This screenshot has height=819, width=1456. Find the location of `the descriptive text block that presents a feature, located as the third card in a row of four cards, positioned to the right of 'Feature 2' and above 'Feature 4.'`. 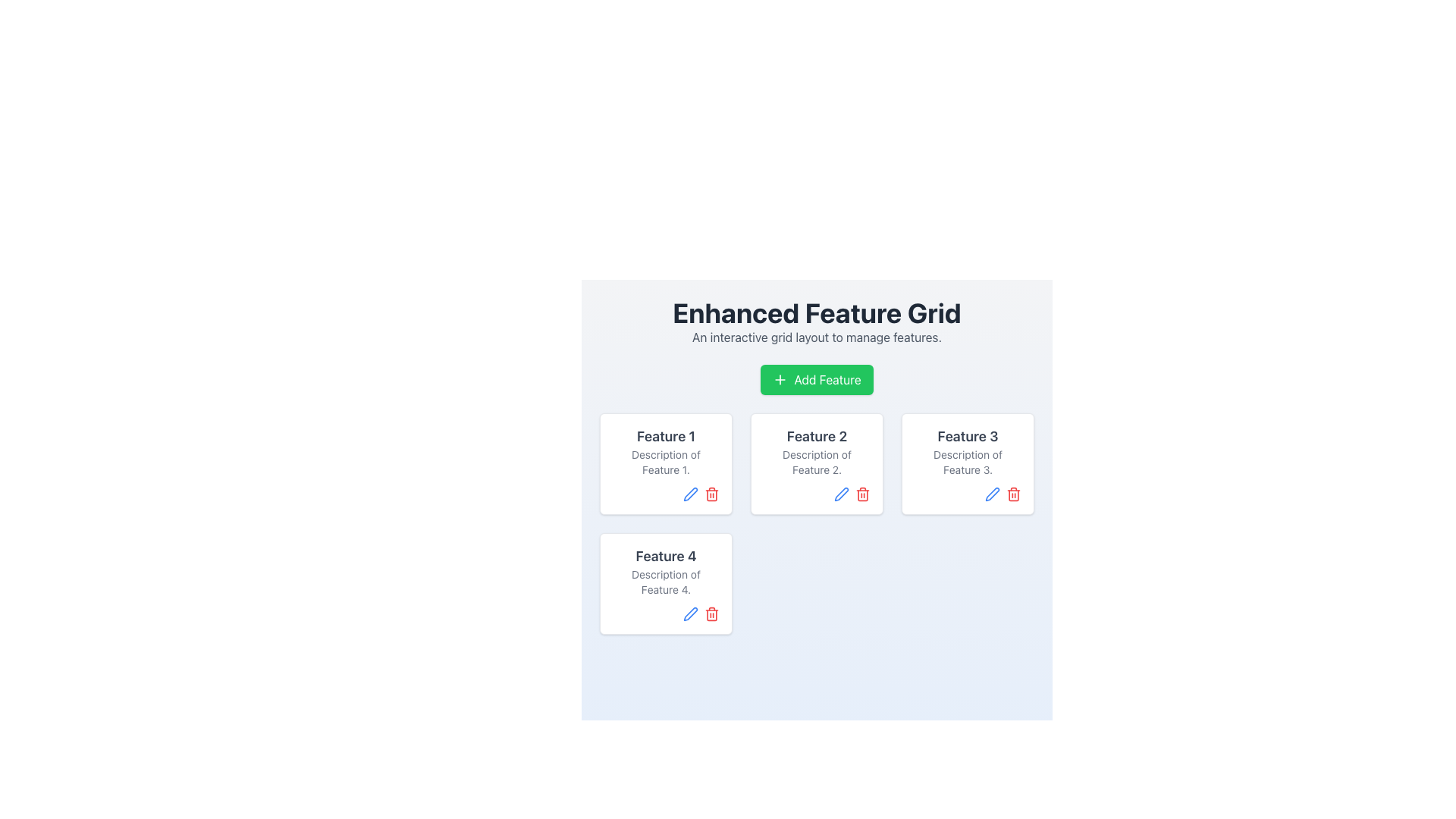

the descriptive text block that presents a feature, located as the third card in a row of four cards, positioned to the right of 'Feature 2' and above 'Feature 4.' is located at coordinates (967, 451).